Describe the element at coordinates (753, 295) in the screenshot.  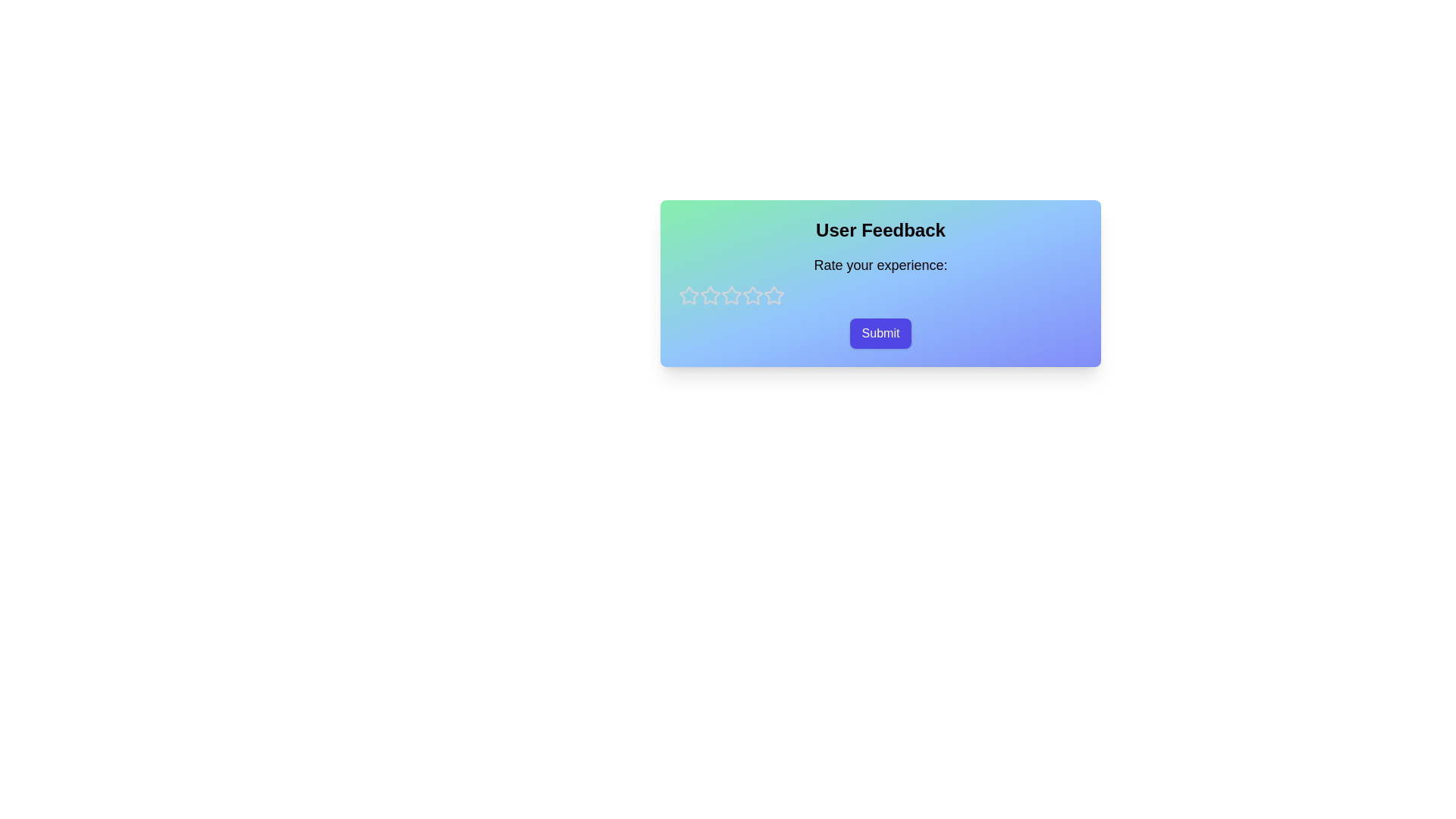
I see `the third star icon in the horizontal row of five star icons to provide a rating` at that location.